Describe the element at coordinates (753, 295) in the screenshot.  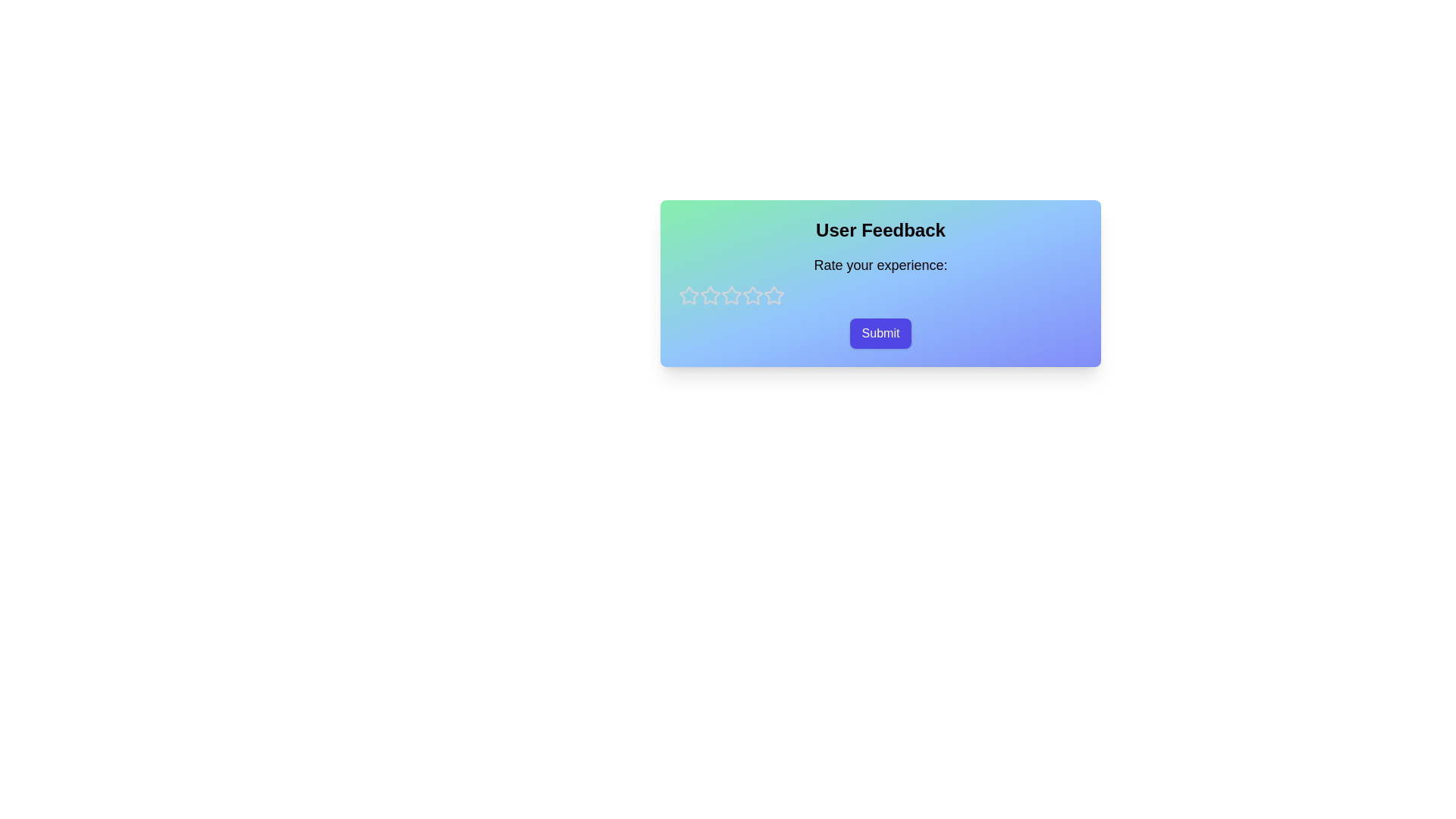
I see `the third star icon in the horizontal row of five star icons to provide a rating` at that location.